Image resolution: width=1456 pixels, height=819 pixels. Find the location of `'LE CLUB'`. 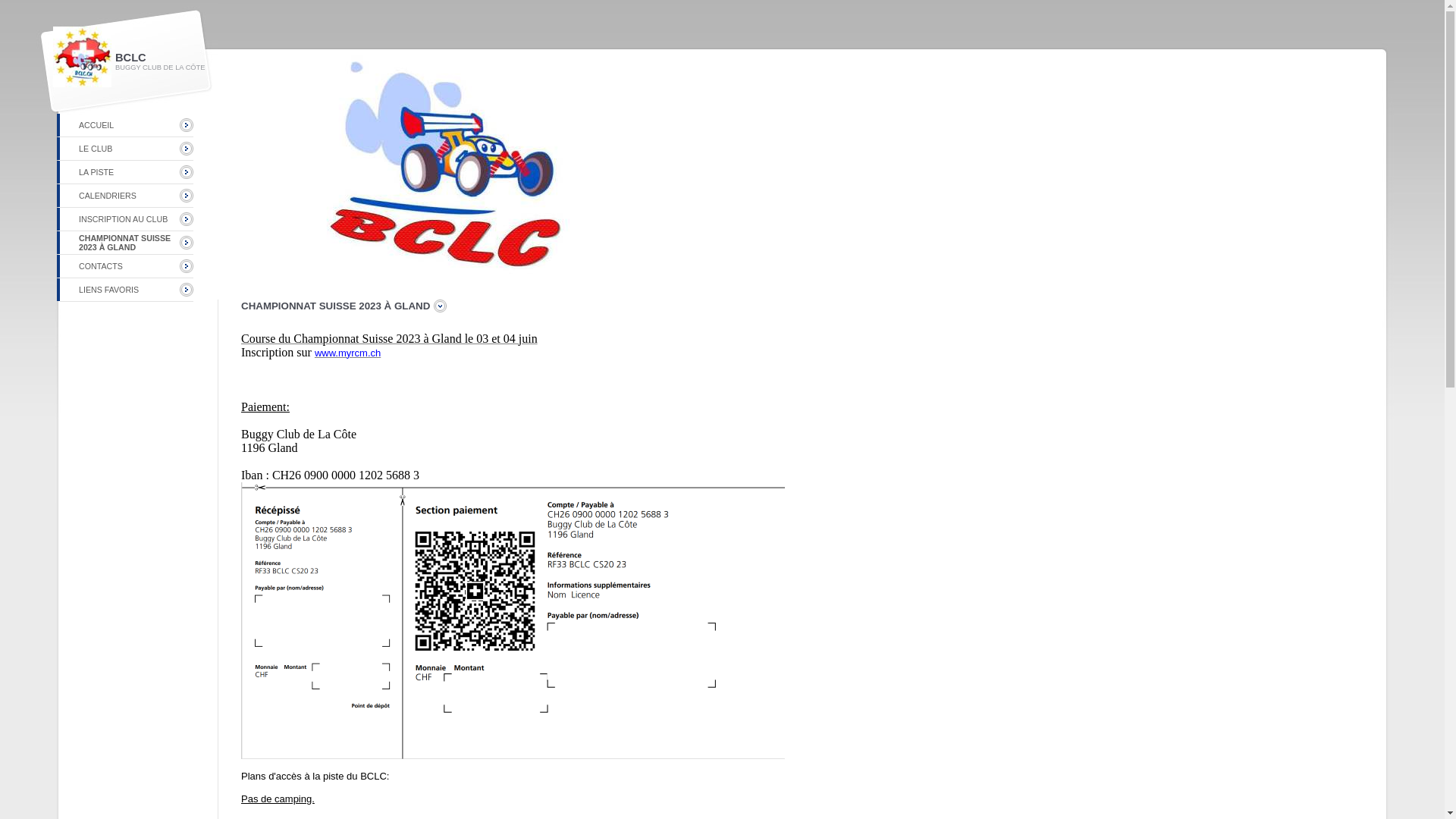

'LE CLUB' is located at coordinates (78, 149).